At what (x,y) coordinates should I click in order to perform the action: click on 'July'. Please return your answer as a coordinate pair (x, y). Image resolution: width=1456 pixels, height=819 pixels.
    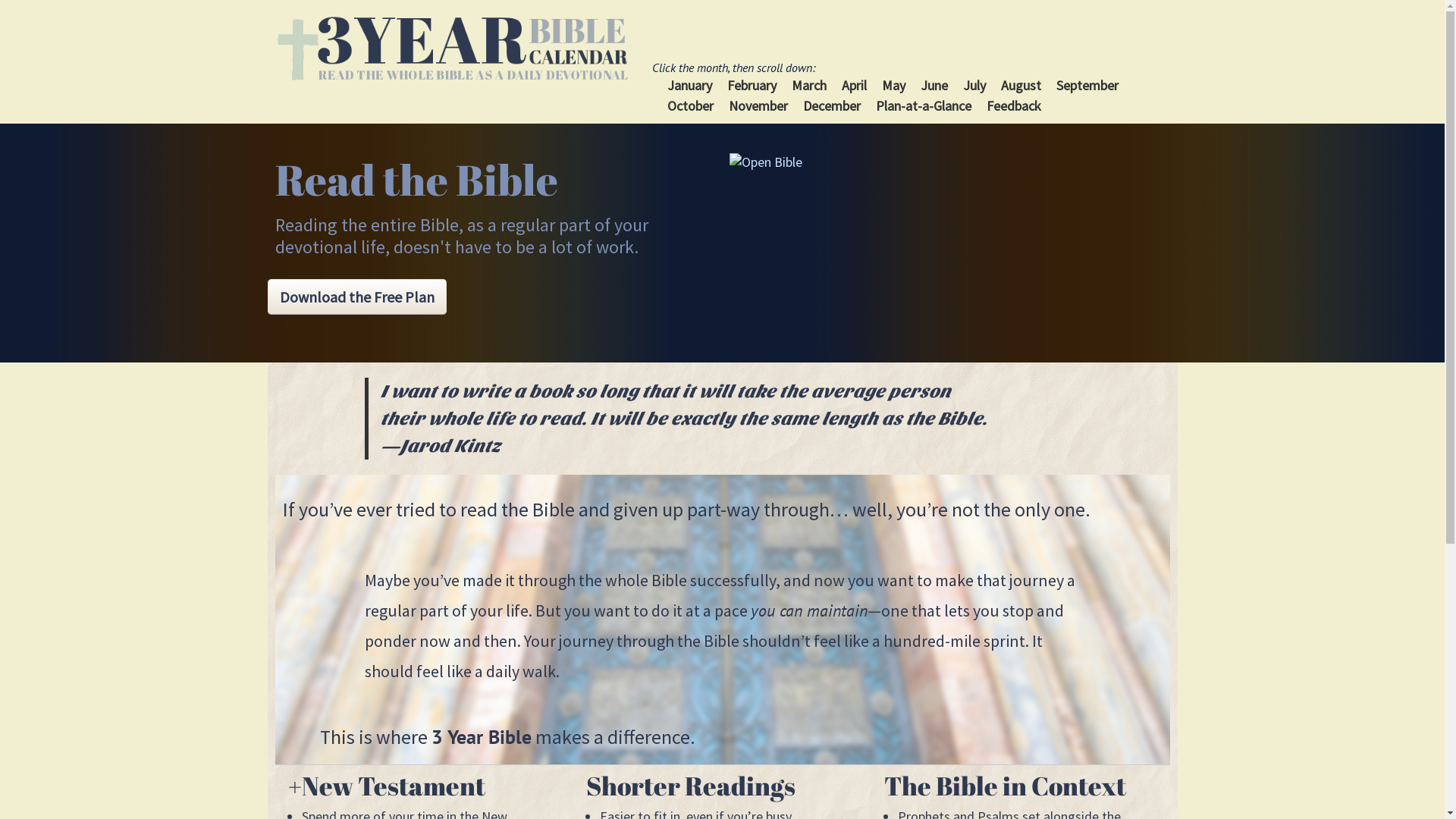
    Looking at the image, I should click on (974, 85).